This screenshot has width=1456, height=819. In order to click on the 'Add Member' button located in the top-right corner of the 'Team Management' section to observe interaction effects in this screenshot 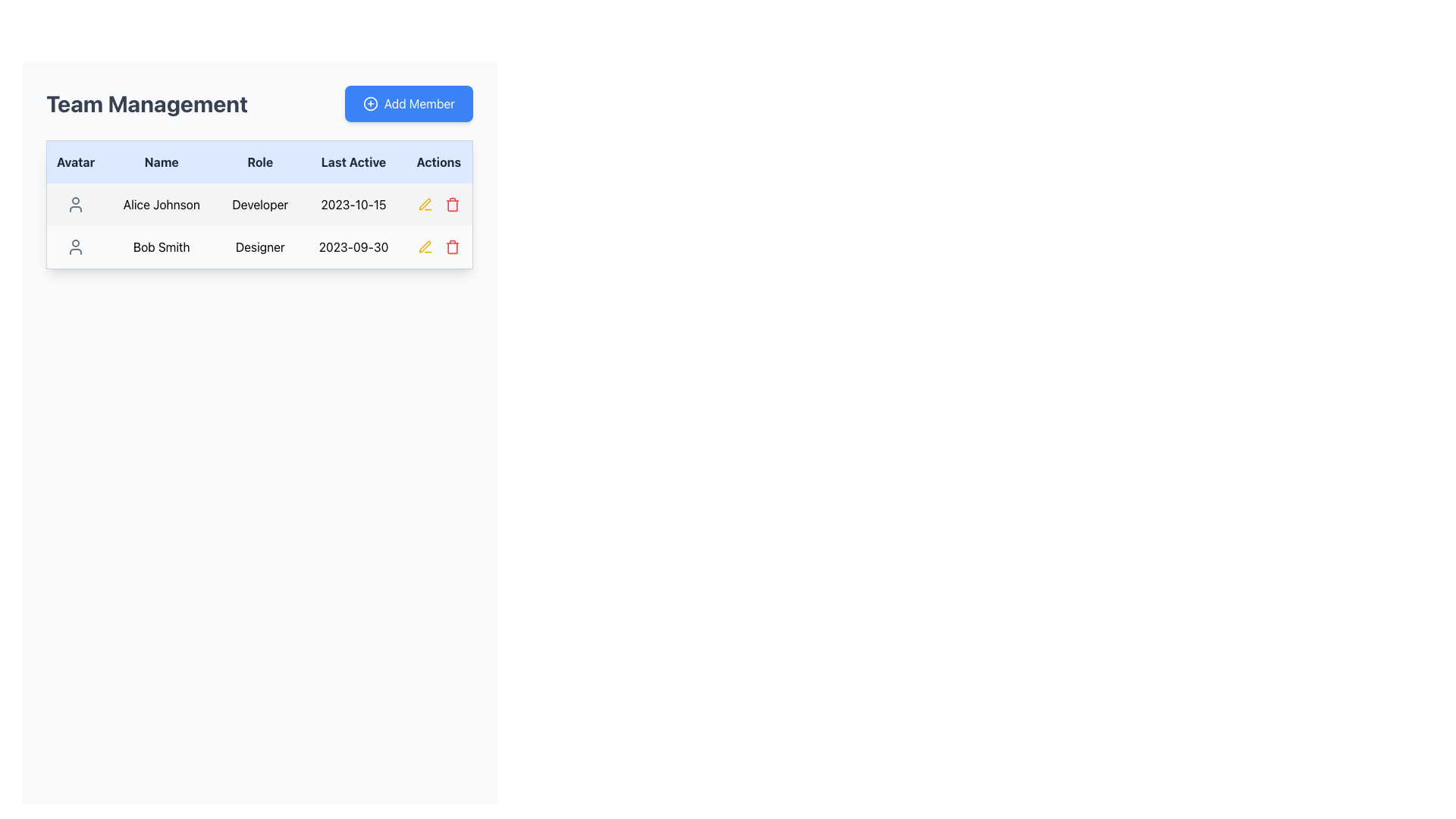, I will do `click(409, 103)`.